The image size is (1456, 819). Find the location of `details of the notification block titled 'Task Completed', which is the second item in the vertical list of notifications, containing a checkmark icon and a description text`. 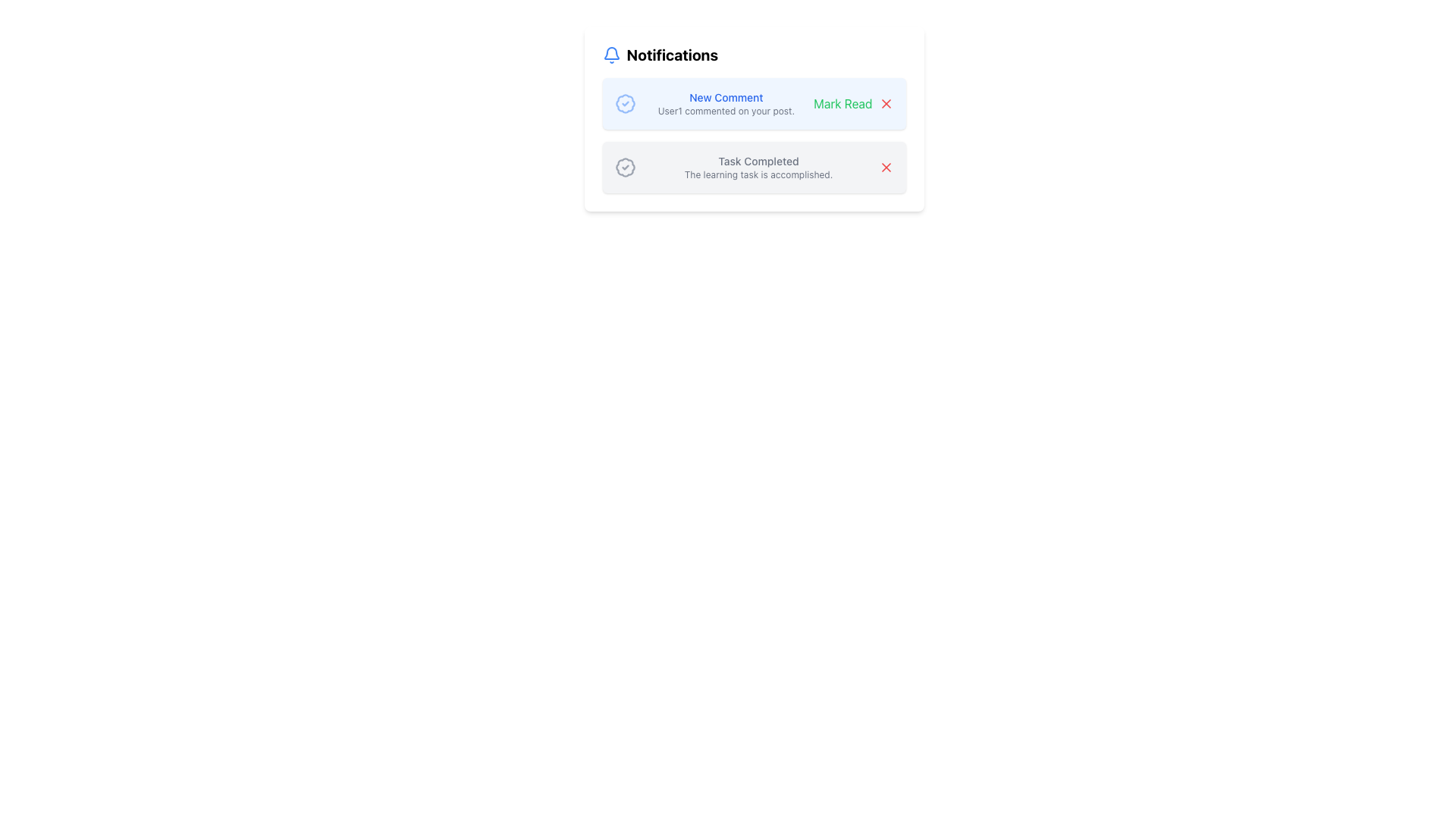

details of the notification block titled 'Task Completed', which is the second item in the vertical list of notifications, containing a checkmark icon and a description text is located at coordinates (754, 167).